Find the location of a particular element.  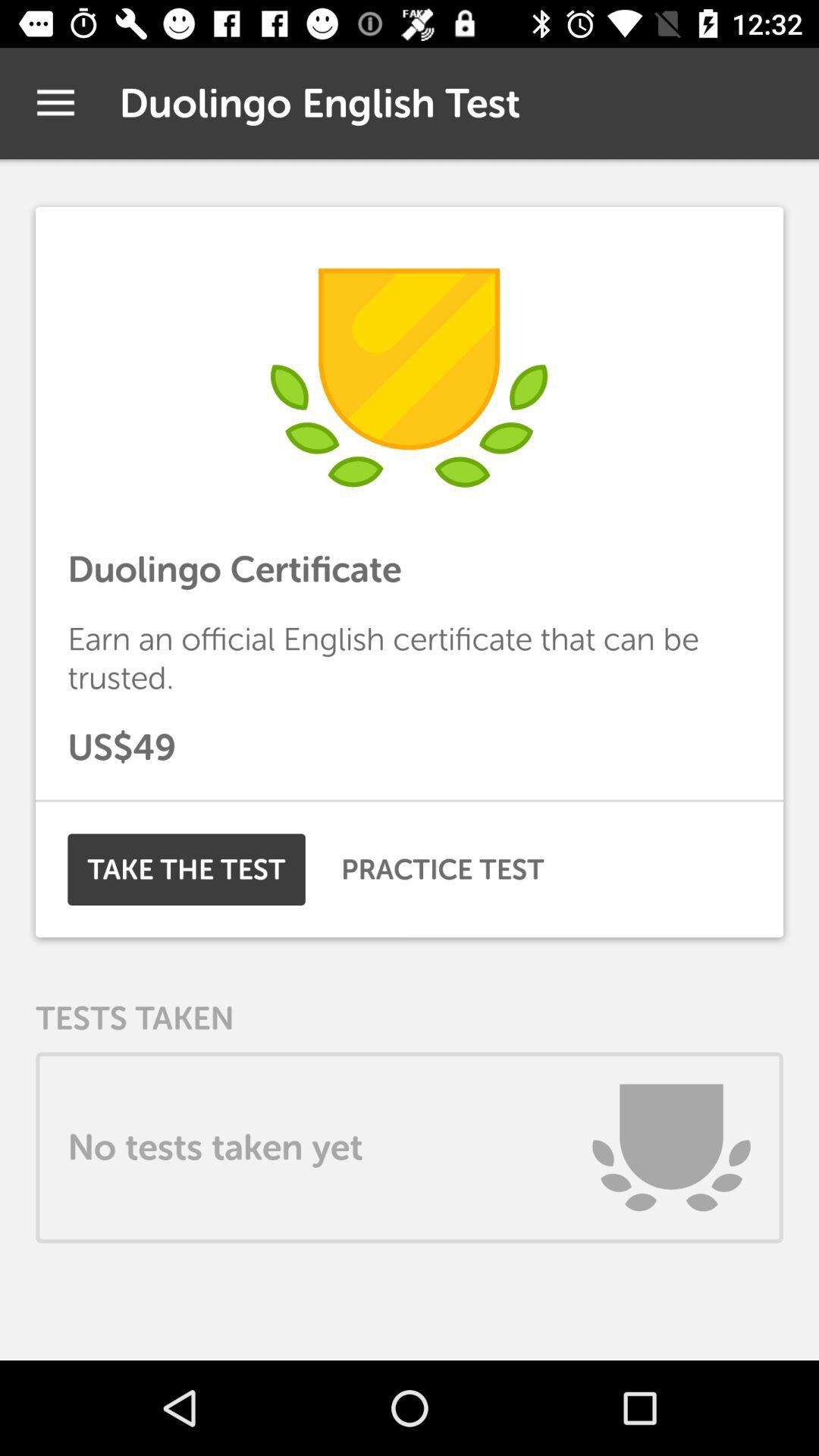

icon next to the practice test item is located at coordinates (186, 869).